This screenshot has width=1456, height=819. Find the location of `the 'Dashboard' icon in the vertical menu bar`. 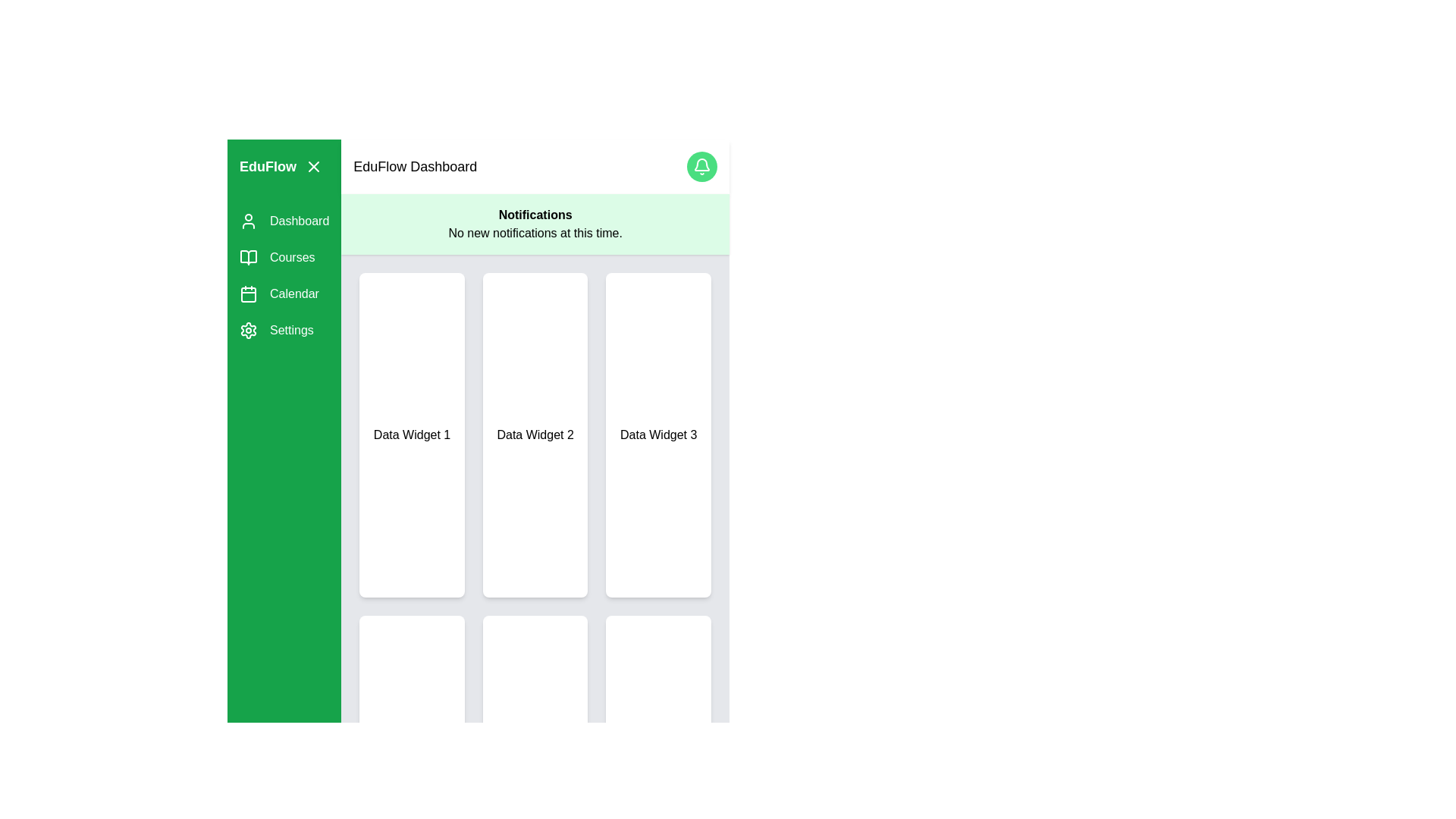

the 'Dashboard' icon in the vertical menu bar is located at coordinates (248, 221).